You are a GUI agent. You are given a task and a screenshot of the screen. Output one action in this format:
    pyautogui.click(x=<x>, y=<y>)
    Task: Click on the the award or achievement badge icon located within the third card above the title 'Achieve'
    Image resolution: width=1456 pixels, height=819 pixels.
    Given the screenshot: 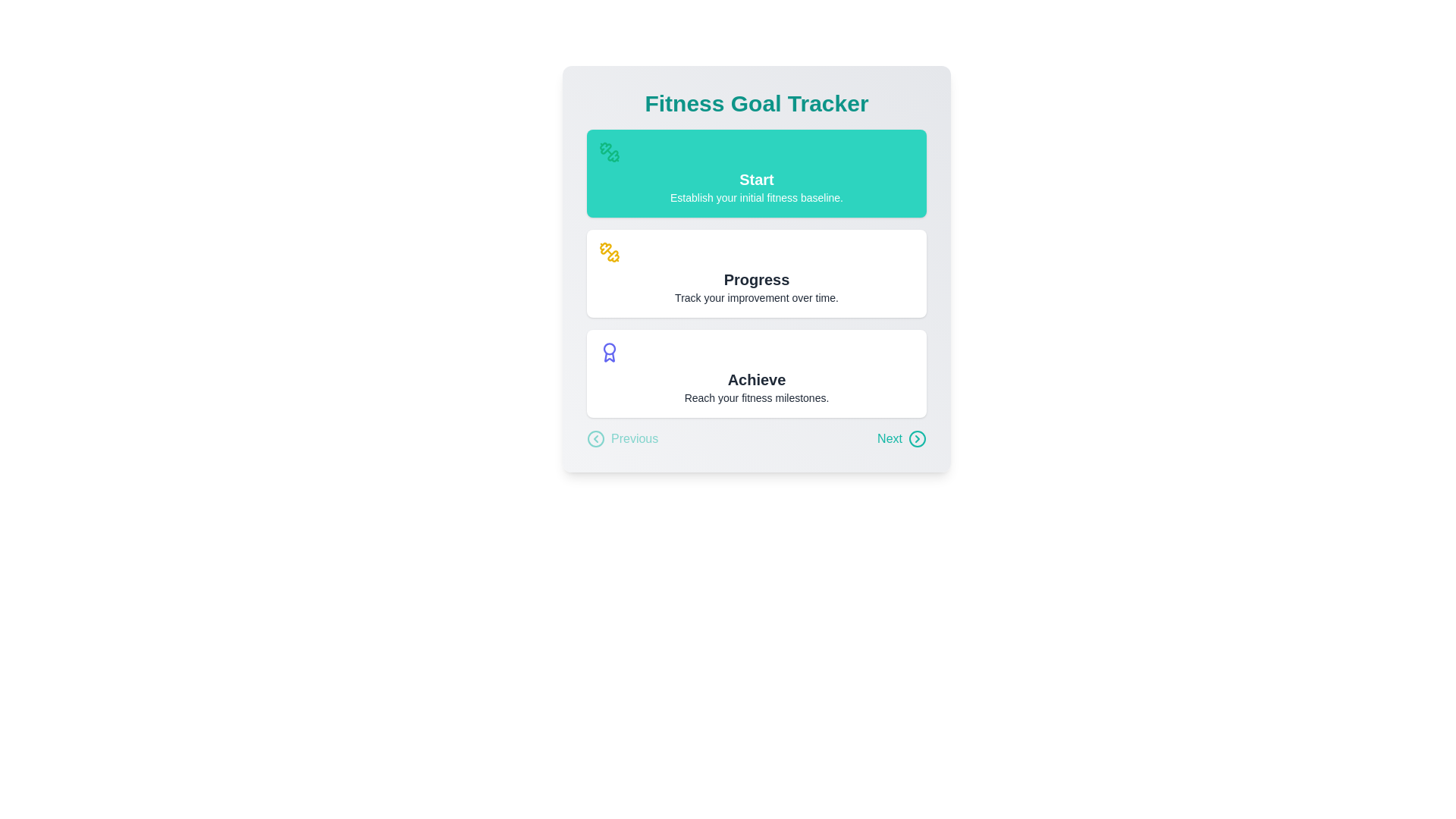 What is the action you would take?
    pyautogui.click(x=757, y=353)
    